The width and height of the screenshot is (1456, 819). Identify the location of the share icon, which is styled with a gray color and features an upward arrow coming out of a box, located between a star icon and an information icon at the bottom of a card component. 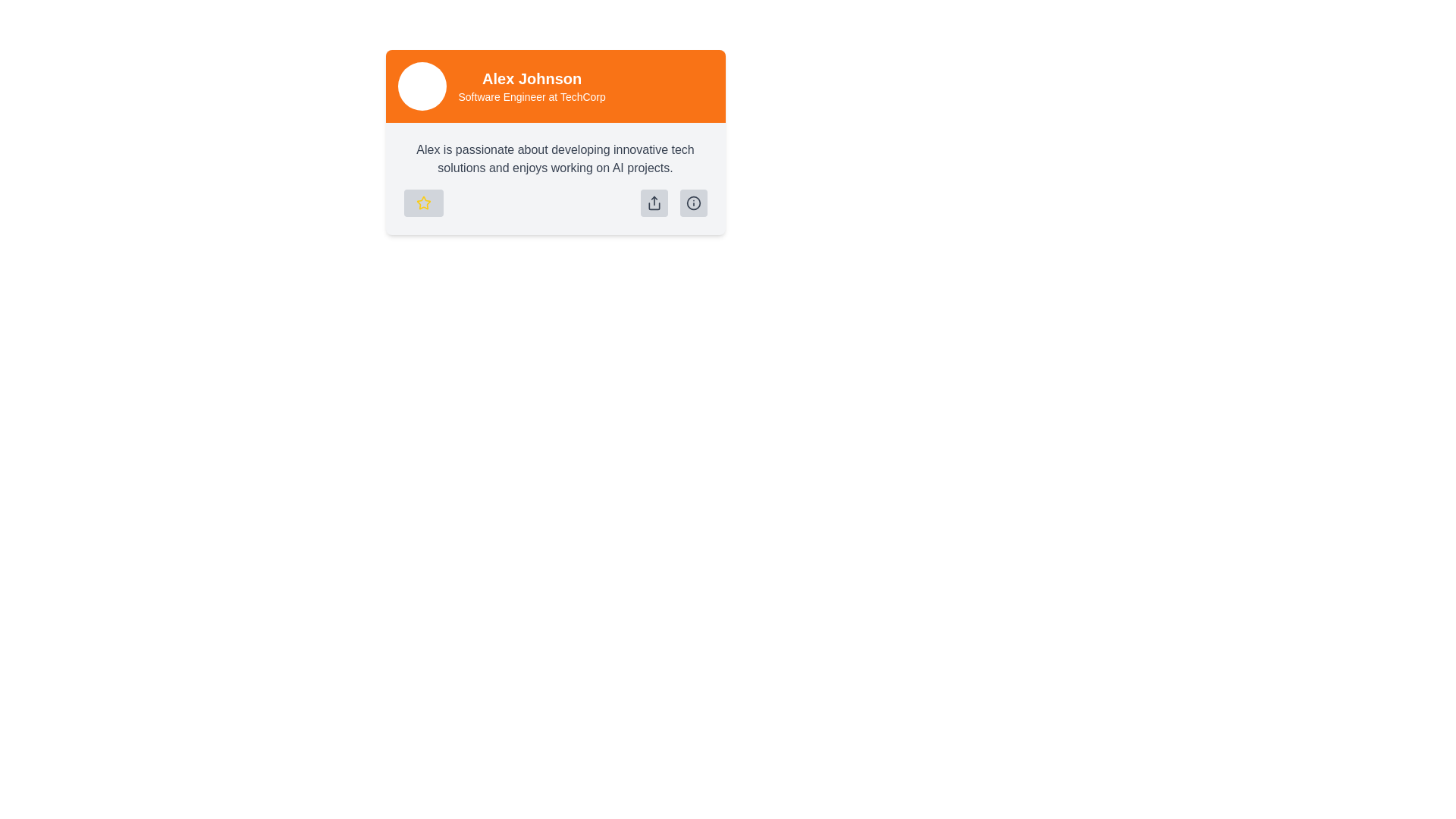
(654, 202).